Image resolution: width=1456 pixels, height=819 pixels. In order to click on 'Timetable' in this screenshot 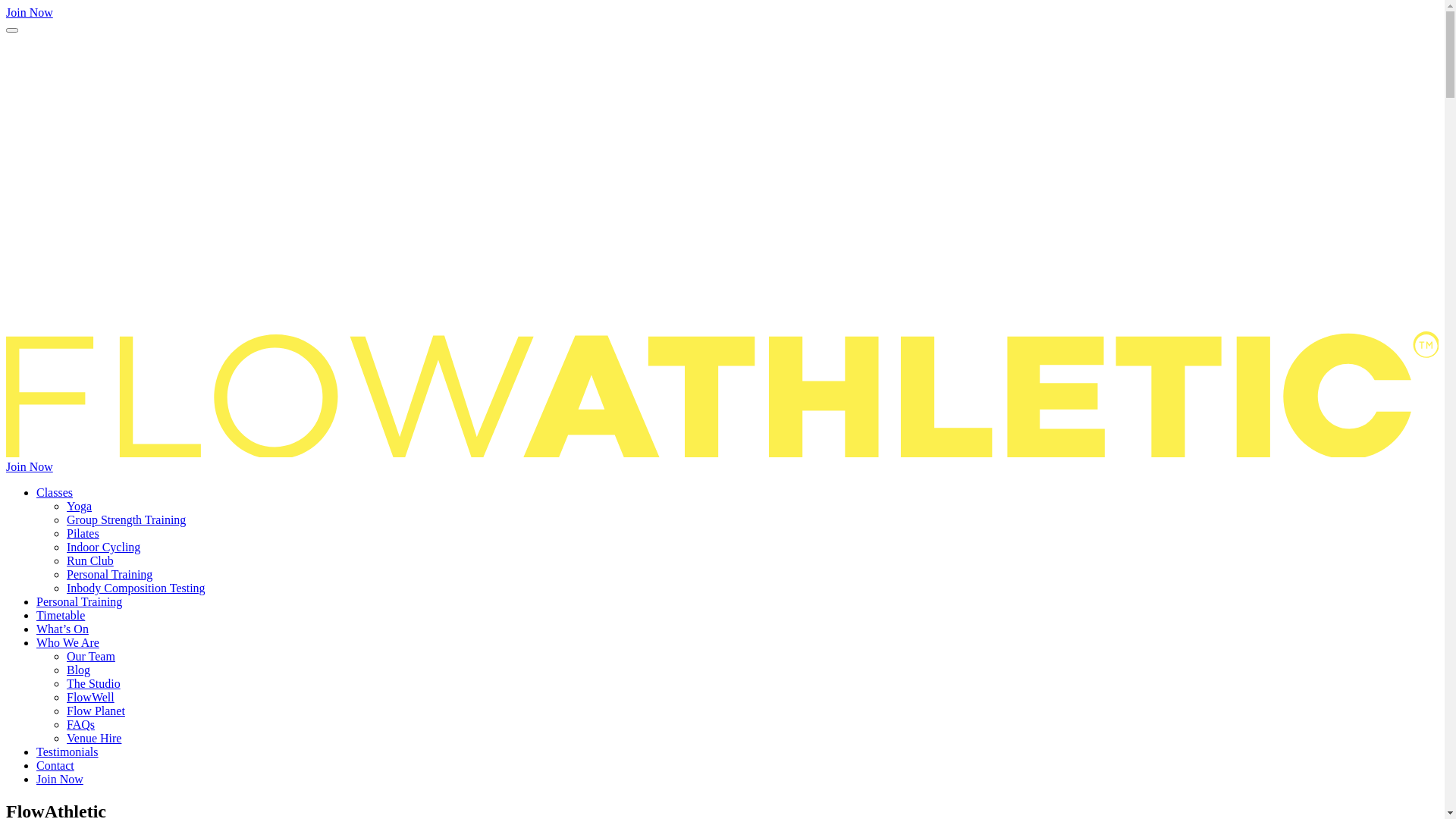, I will do `click(61, 615)`.